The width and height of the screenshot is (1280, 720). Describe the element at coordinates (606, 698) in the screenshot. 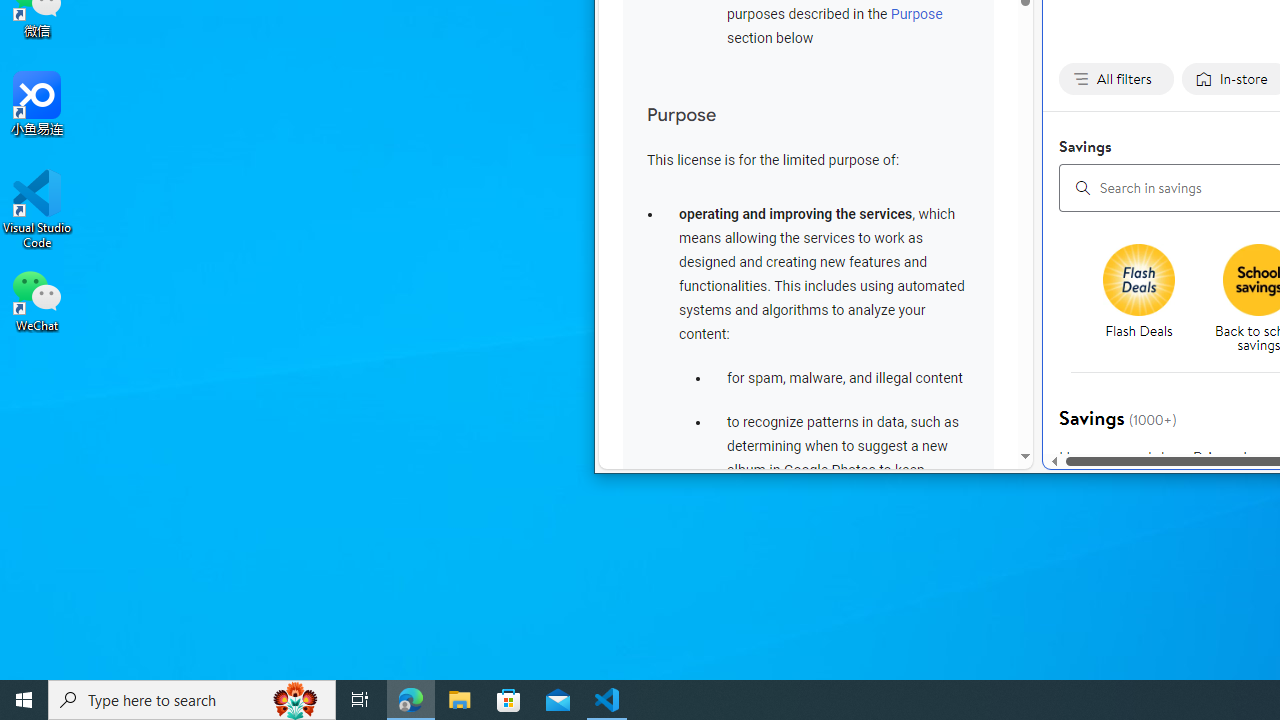

I see `'Visual Studio Code - 1 running window'` at that location.